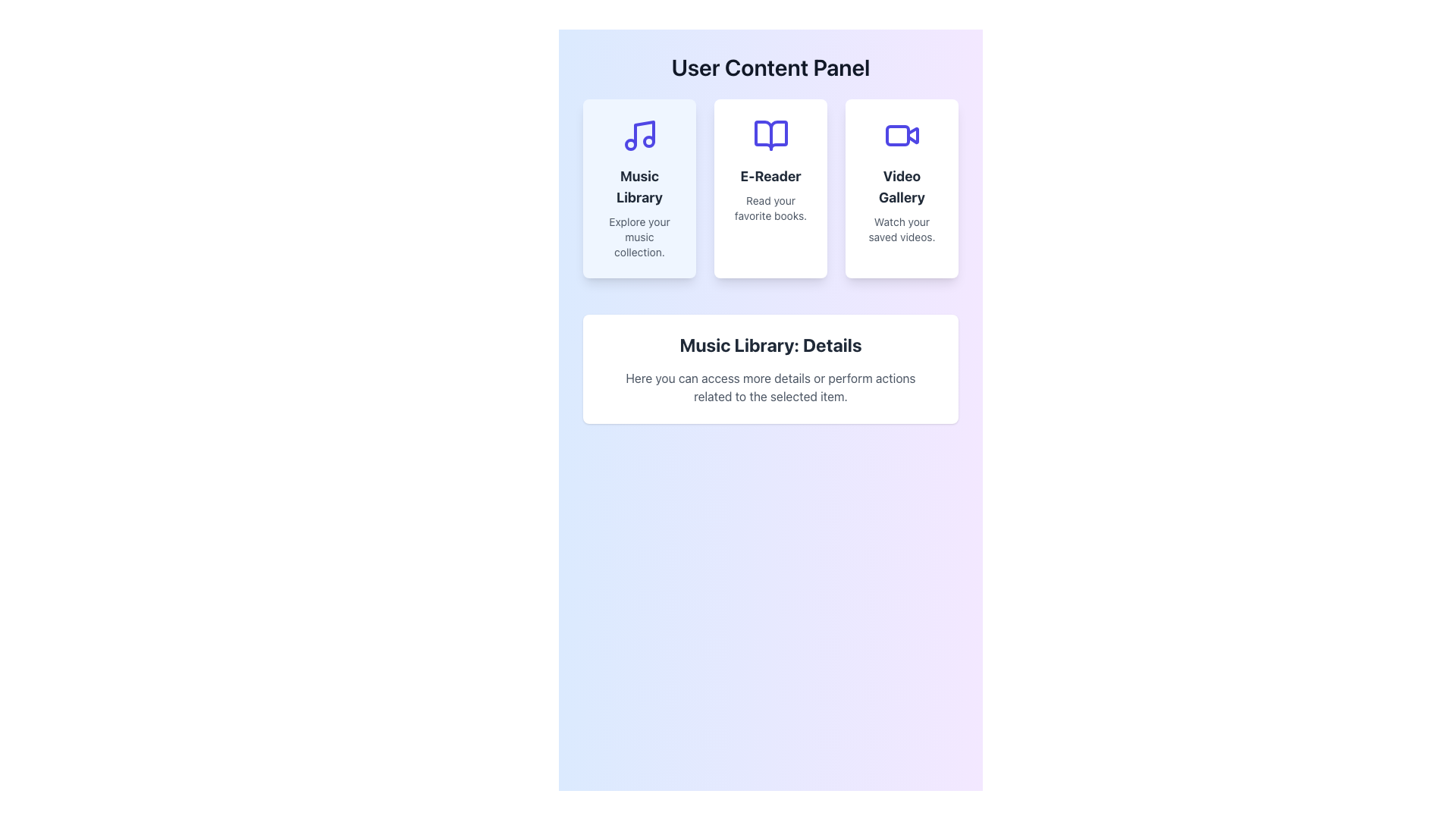 Image resolution: width=1456 pixels, height=819 pixels. I want to click on left vertical line of the music note icon within the 'Music Library' card, which visually represents a part of the music note graphic, so click(644, 133).